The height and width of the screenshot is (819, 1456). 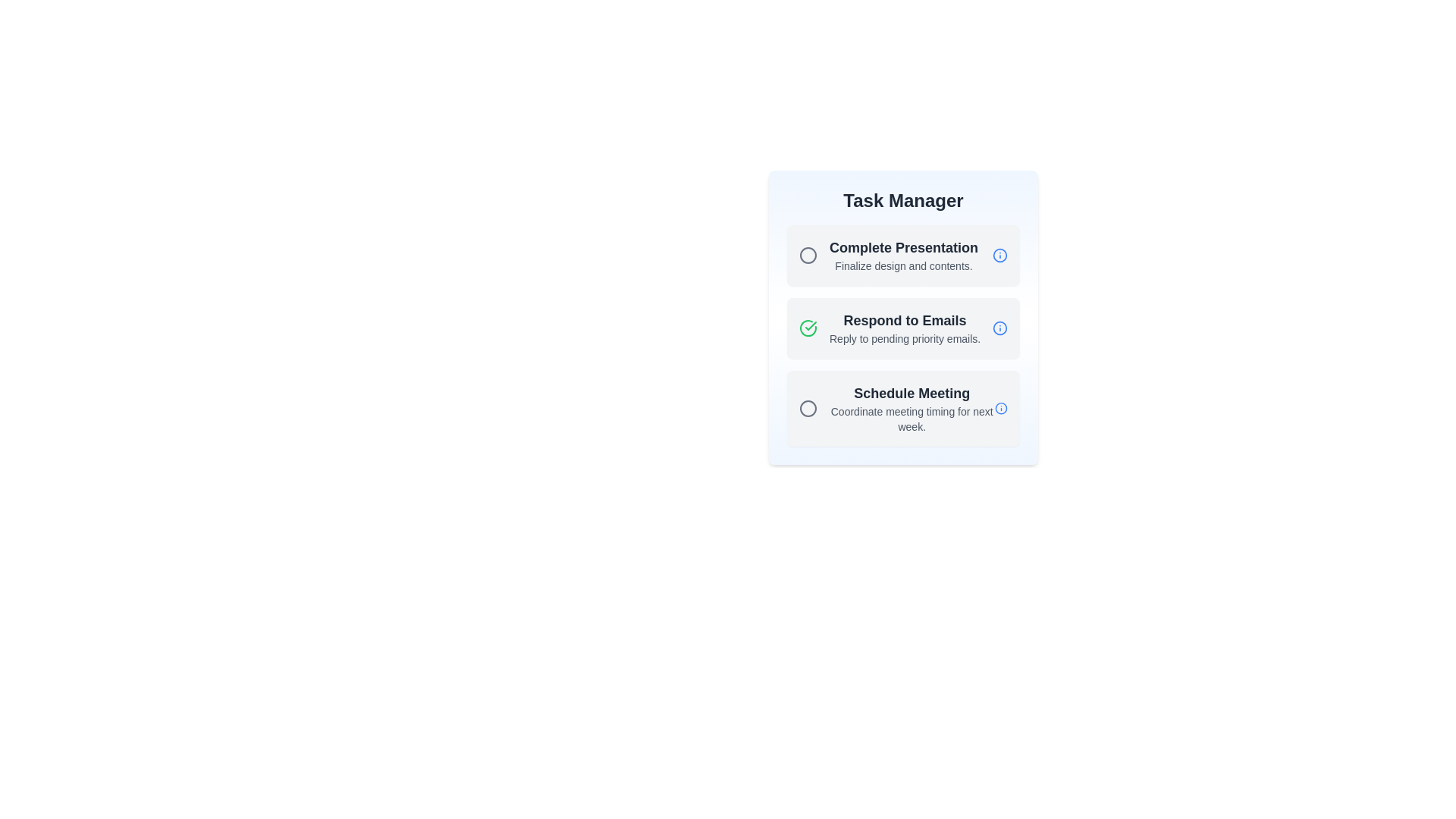 What do you see at coordinates (903, 200) in the screenshot?
I see `the title and header of the Task Manager component` at bounding box center [903, 200].